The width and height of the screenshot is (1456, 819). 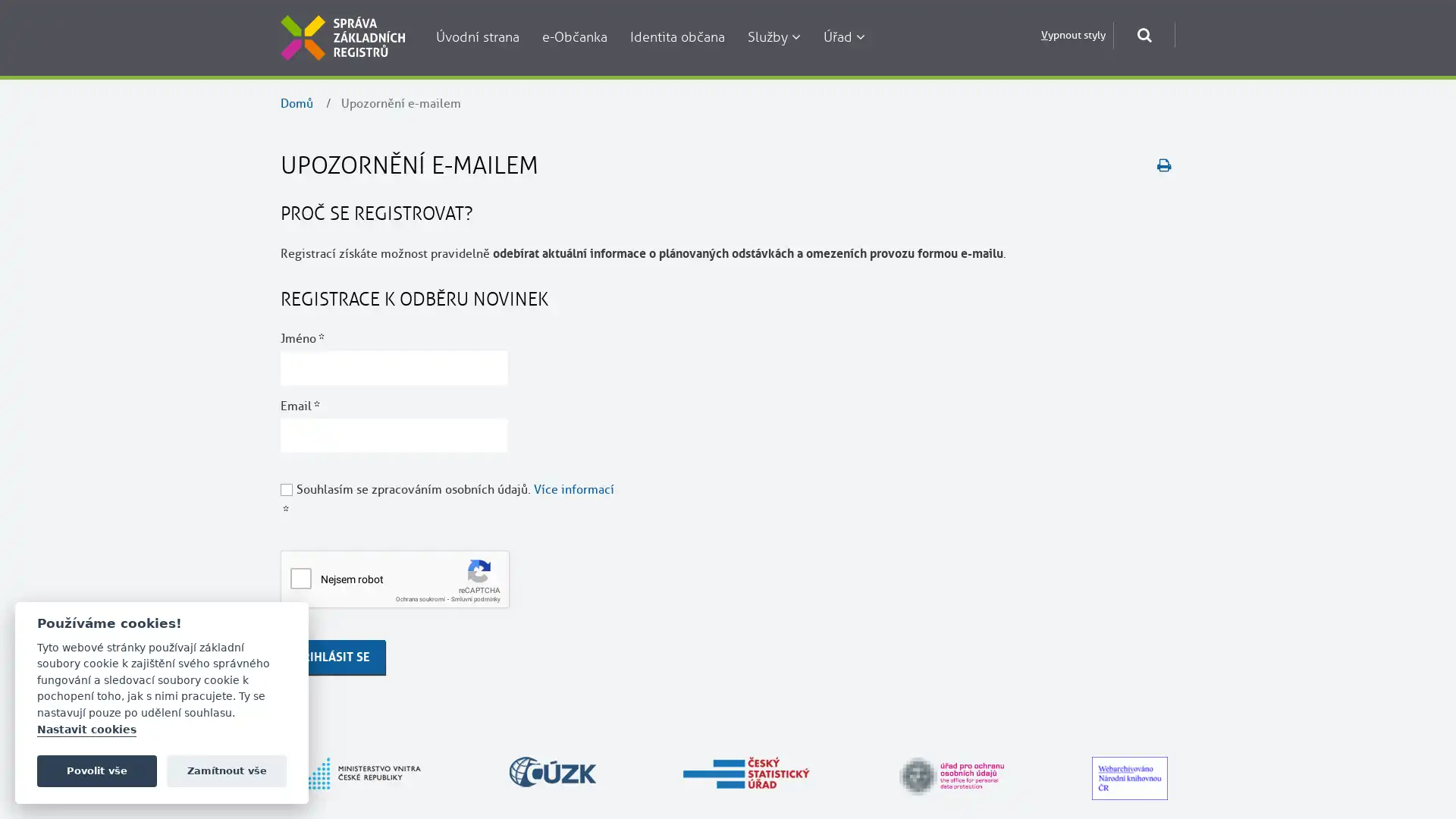 I want to click on Zamitnout vse, so click(x=225, y=770).